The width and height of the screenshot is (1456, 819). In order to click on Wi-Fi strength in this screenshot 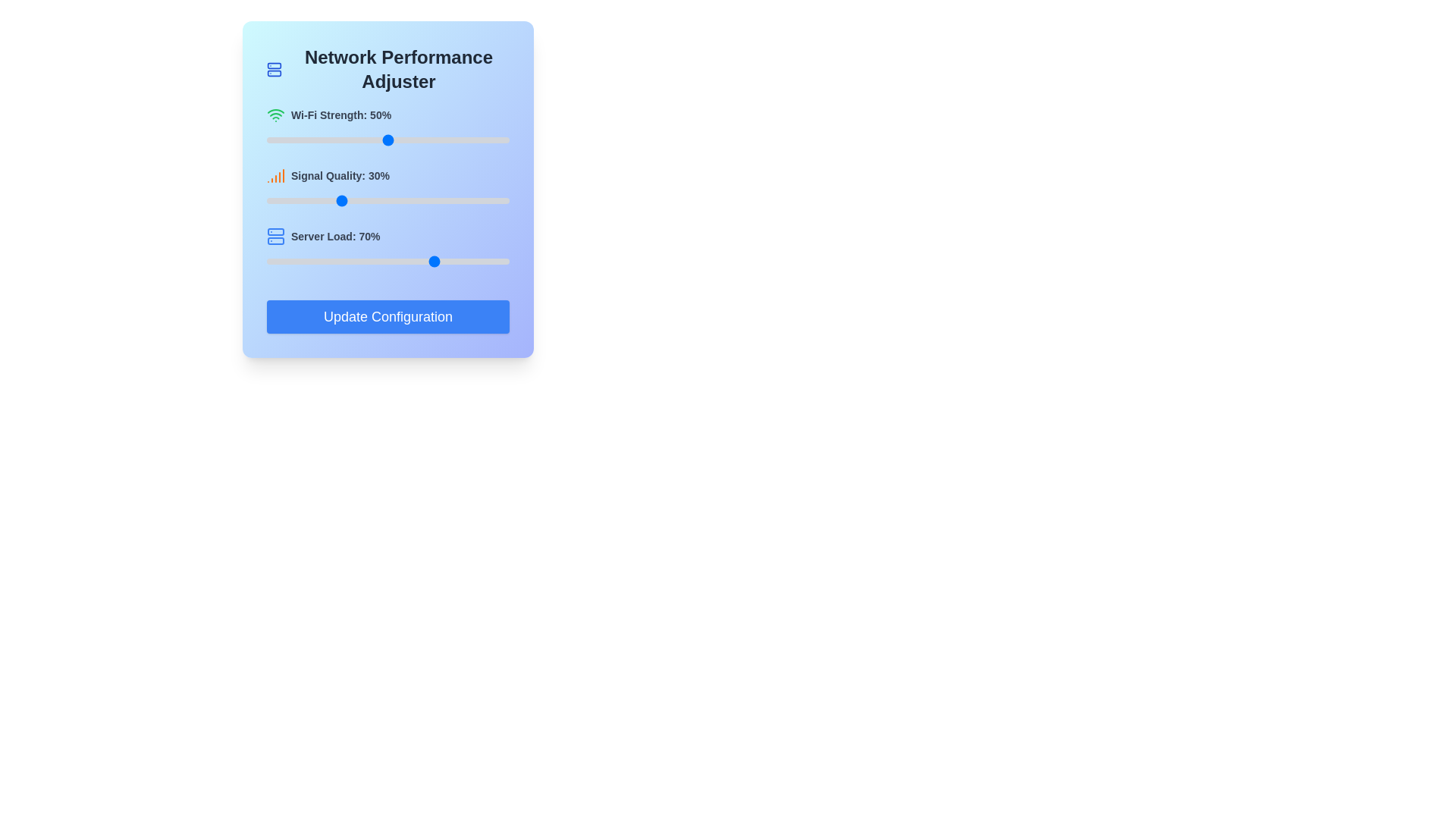, I will do `click(378, 140)`.